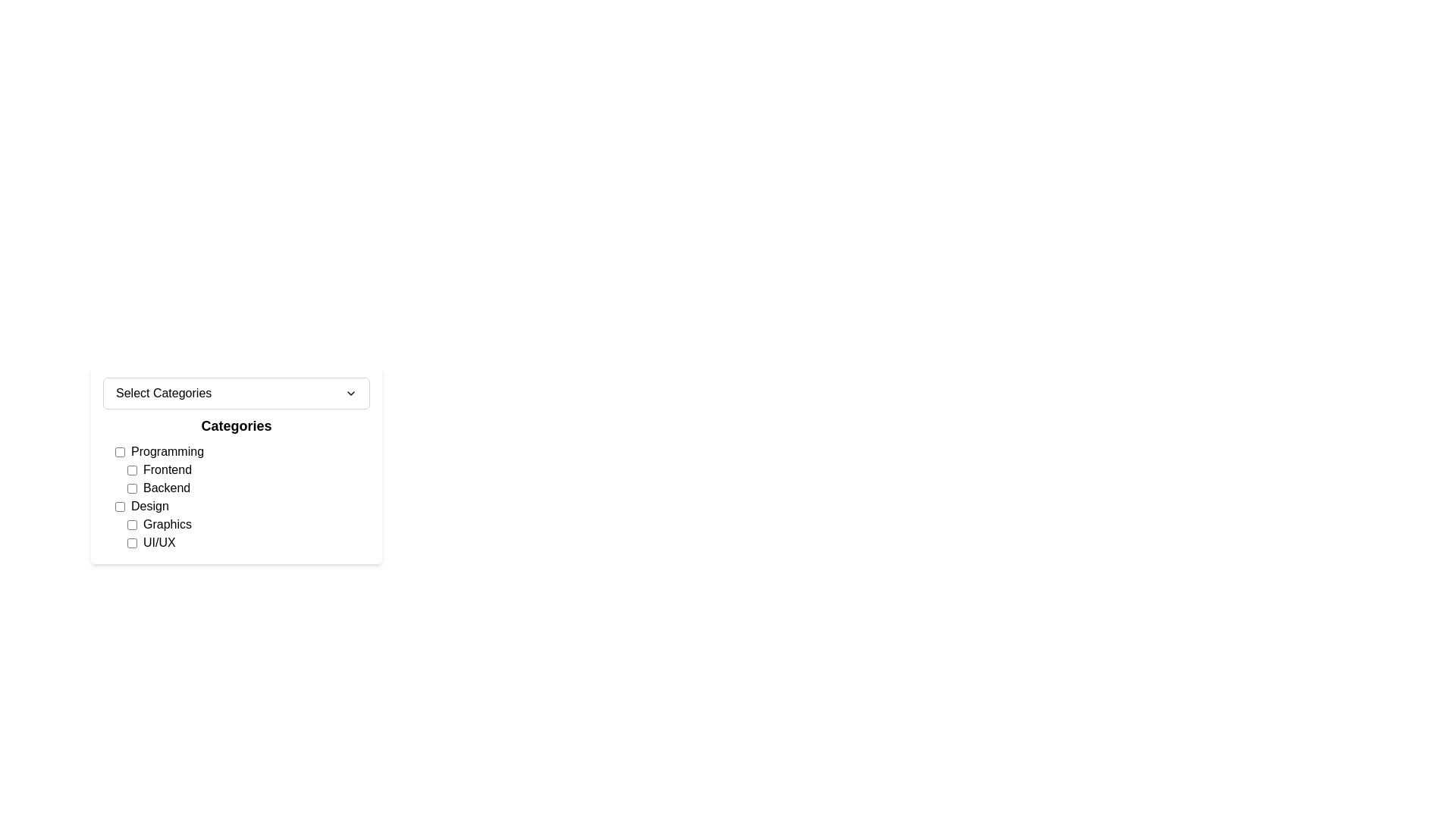  What do you see at coordinates (119, 506) in the screenshot?
I see `the checkbox located to the left of the 'Design' label in the vertical list of selectable categories` at bounding box center [119, 506].